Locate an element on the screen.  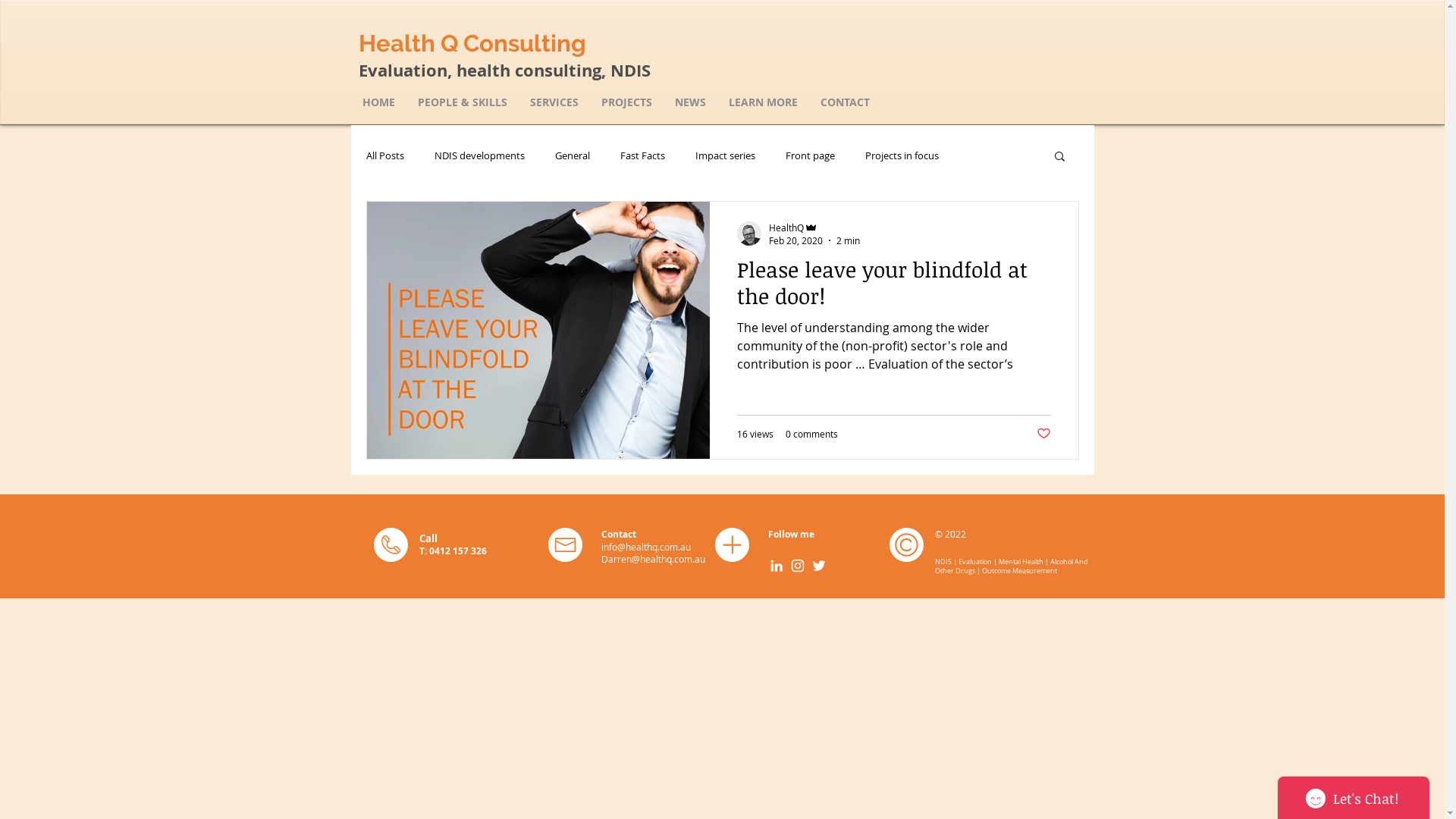
'Post not marked as liked' is located at coordinates (1042, 433).